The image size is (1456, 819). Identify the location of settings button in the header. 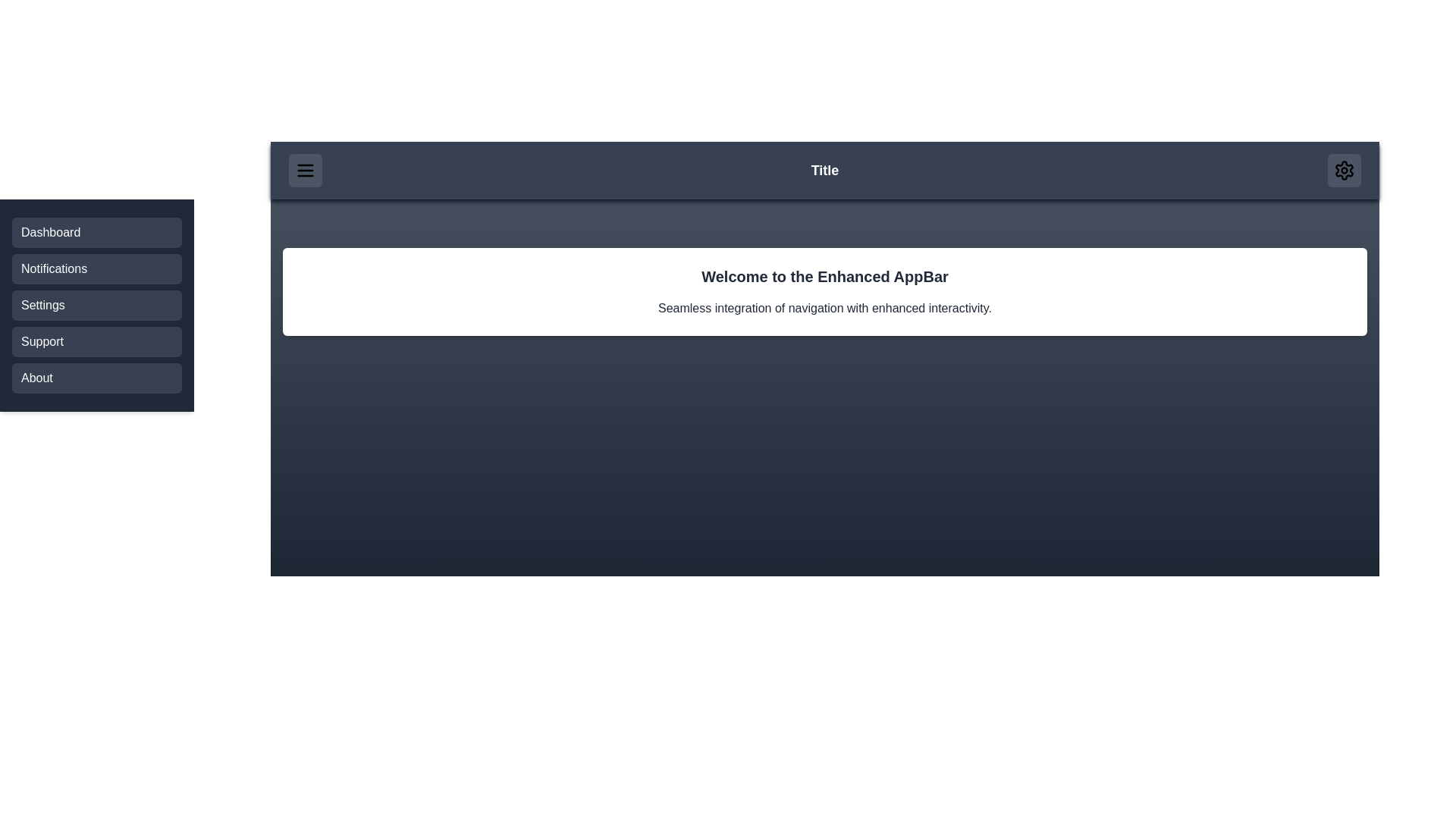
(1344, 170).